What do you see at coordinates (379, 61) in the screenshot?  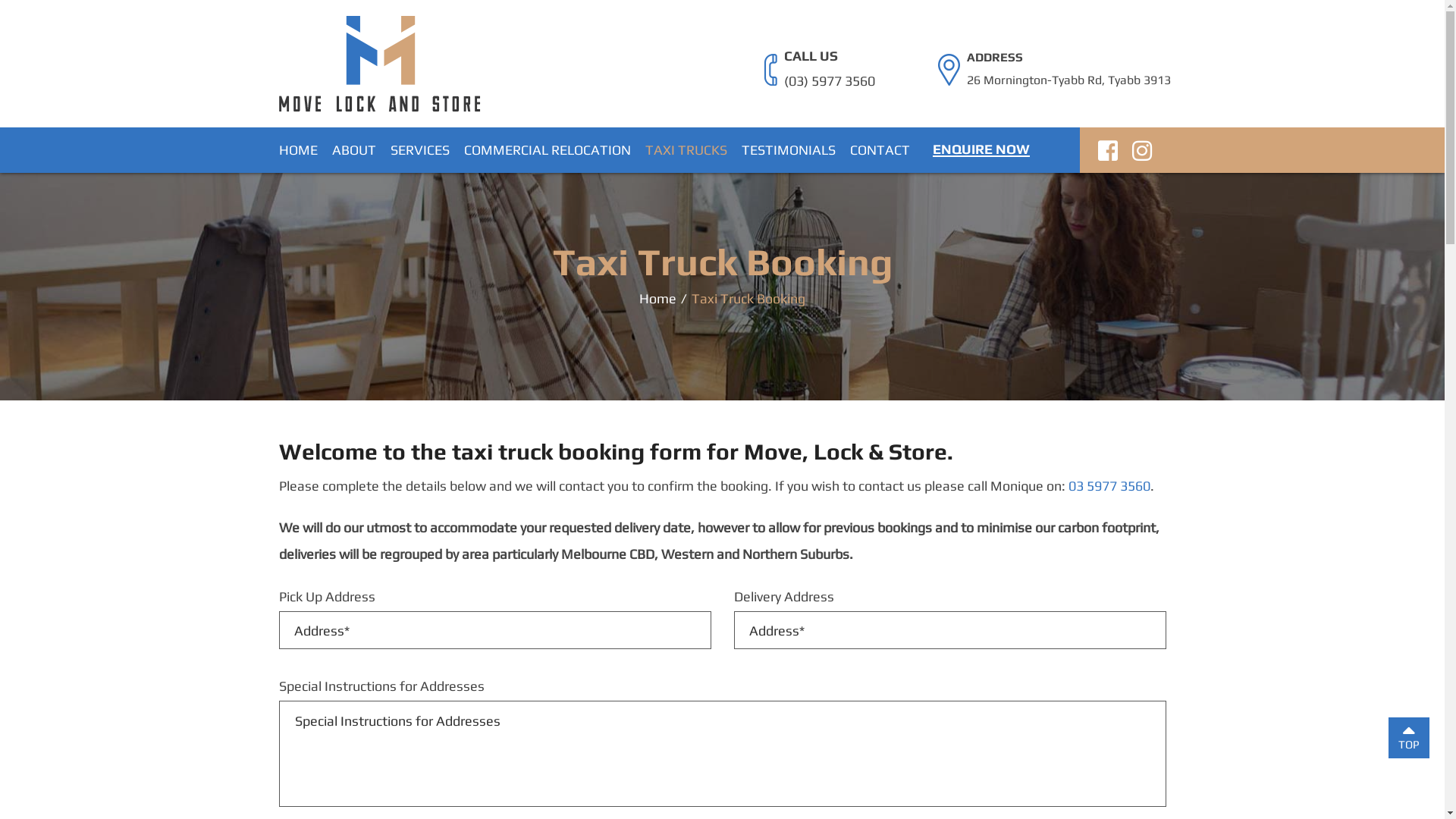 I see `'Move Lock and Store'` at bounding box center [379, 61].